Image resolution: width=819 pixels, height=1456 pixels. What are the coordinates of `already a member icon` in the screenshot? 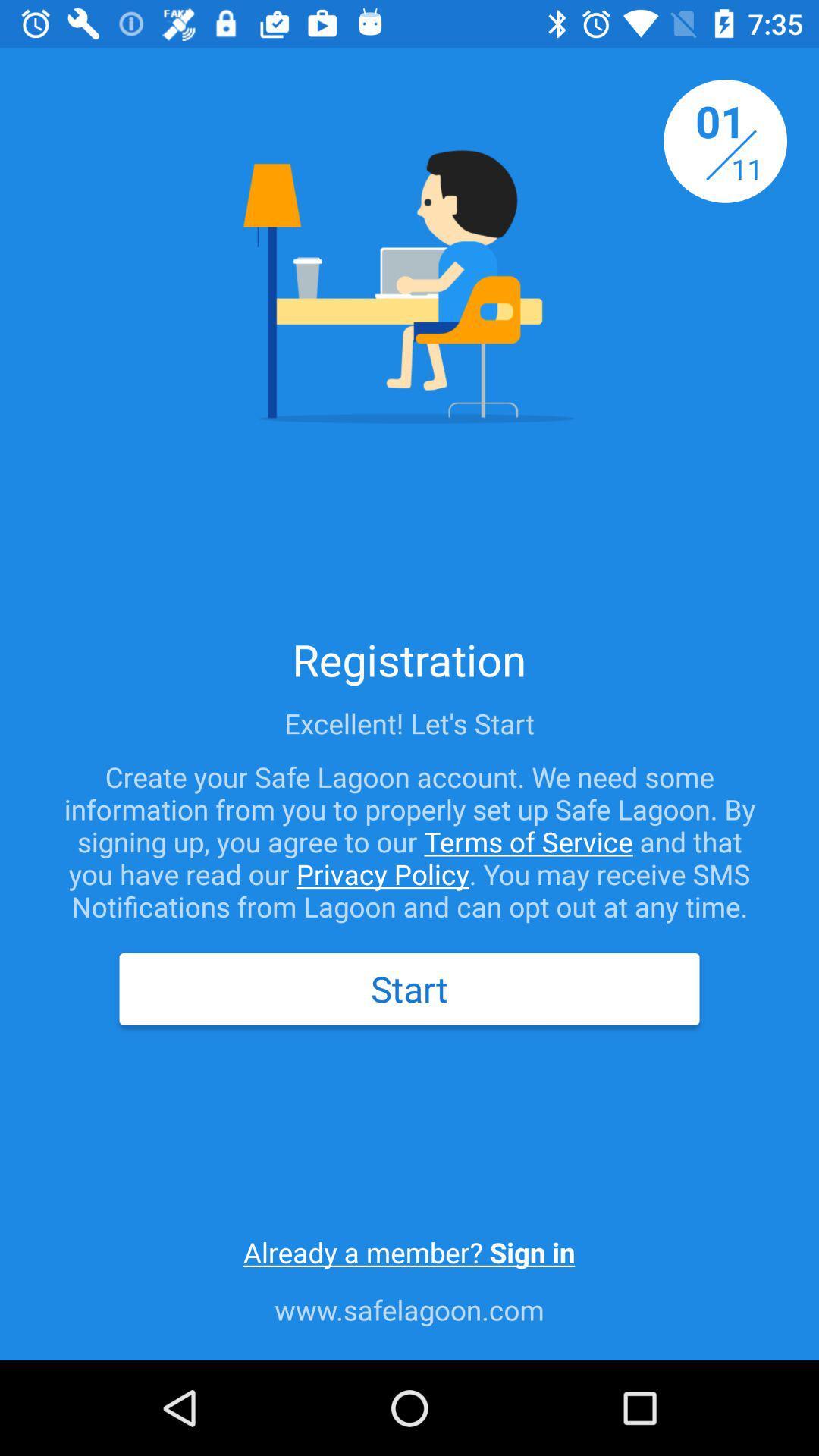 It's located at (408, 1252).